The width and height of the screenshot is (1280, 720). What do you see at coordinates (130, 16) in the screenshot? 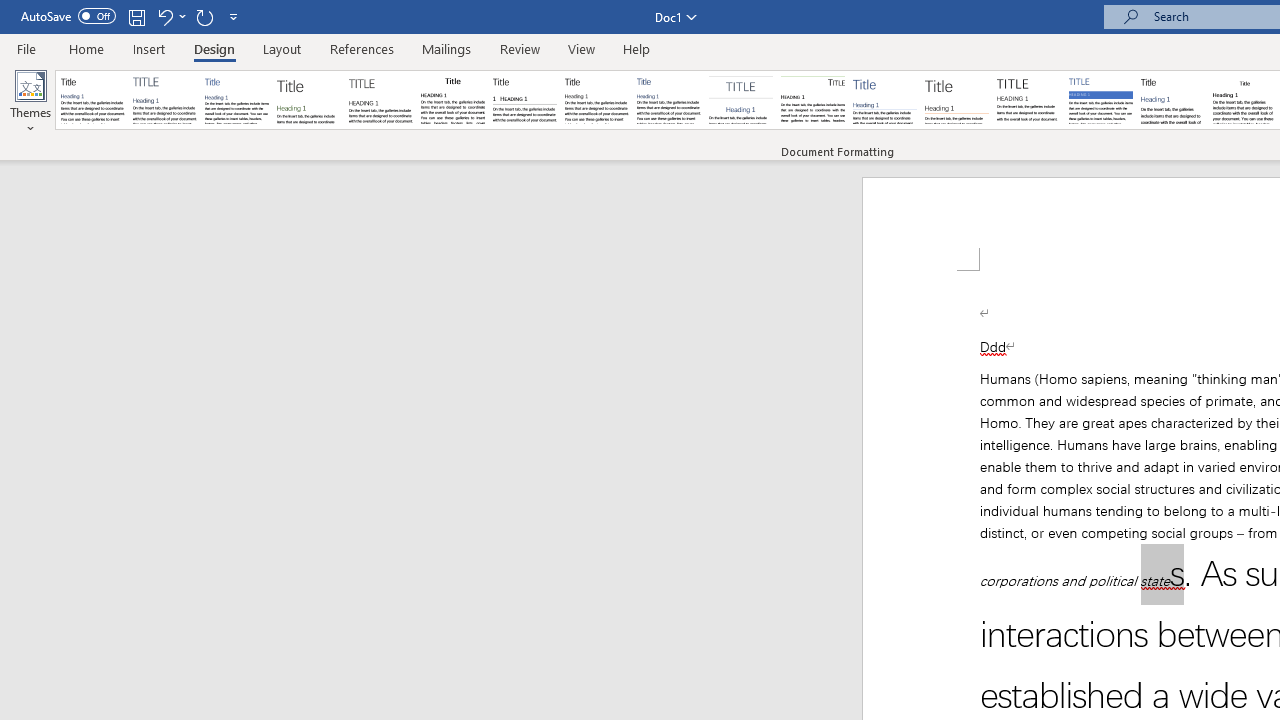
I see `'Quick Access Toolbar'` at bounding box center [130, 16].